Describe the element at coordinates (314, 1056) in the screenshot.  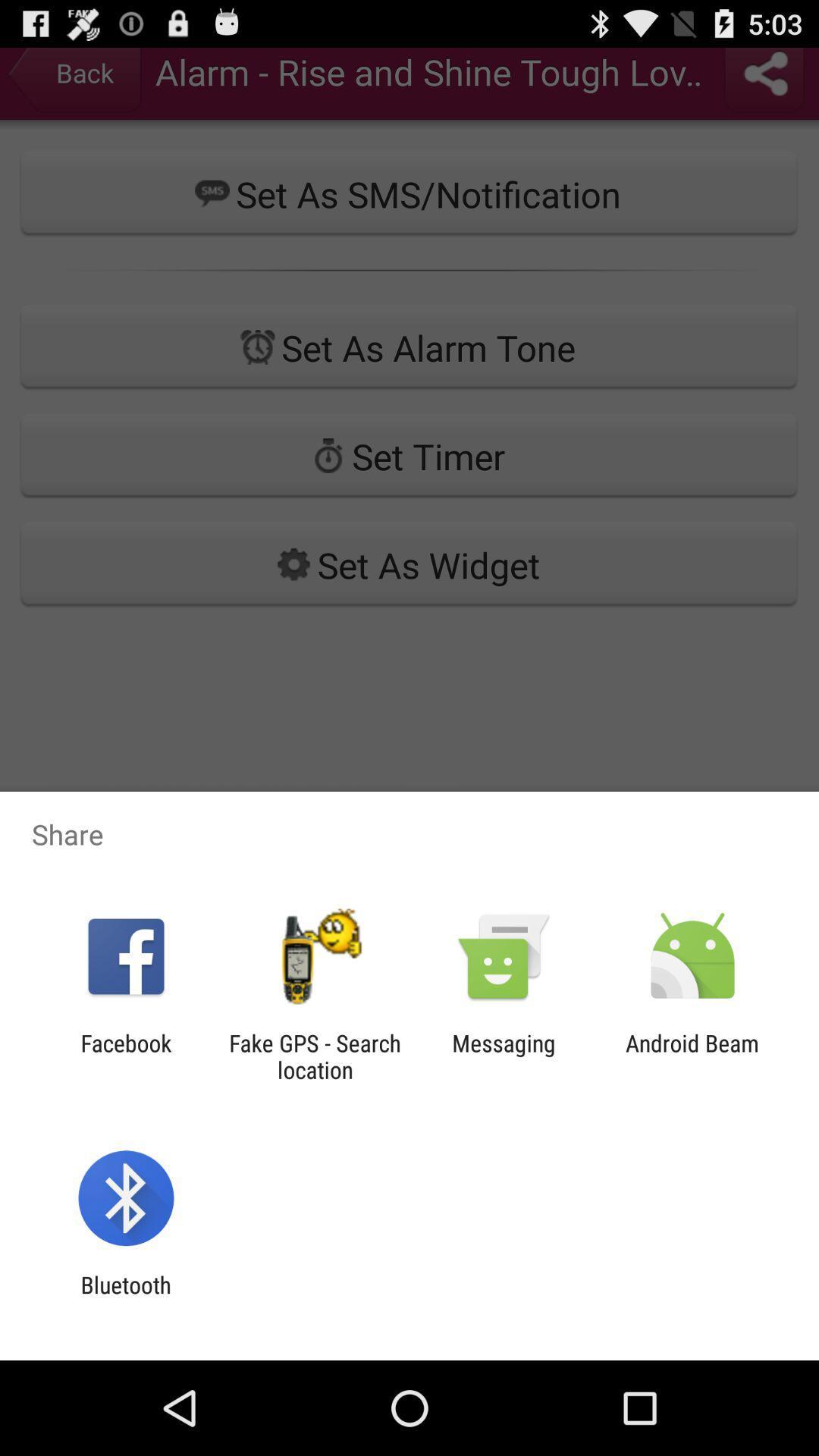
I see `the fake gps search` at that location.